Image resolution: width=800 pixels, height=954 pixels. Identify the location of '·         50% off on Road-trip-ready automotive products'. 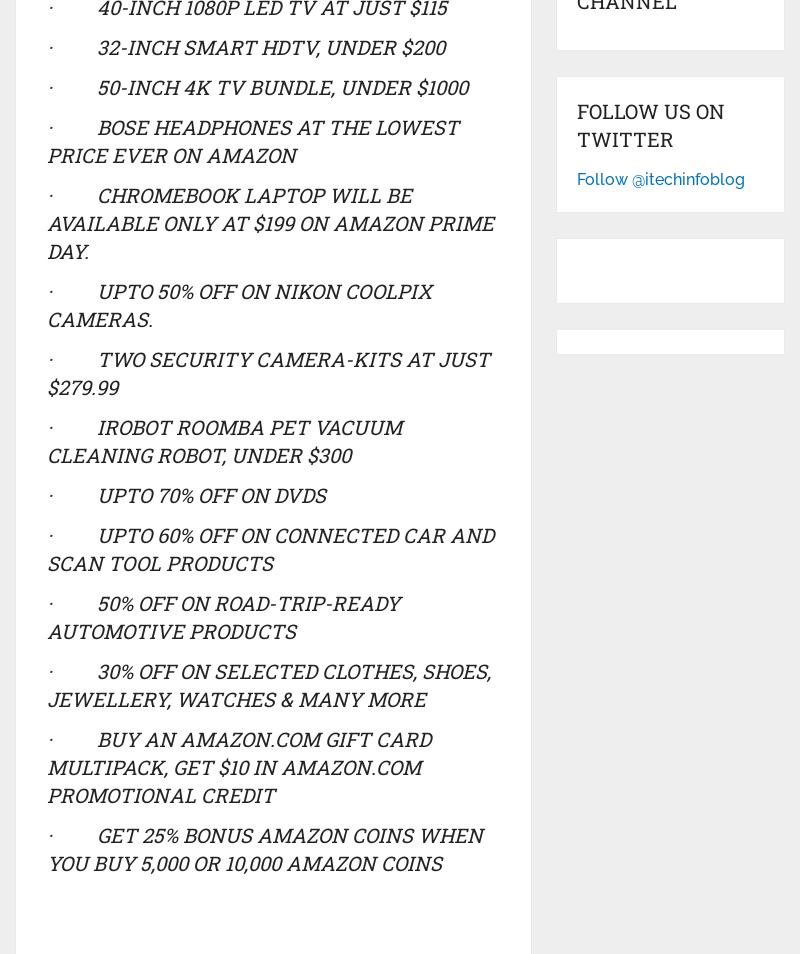
(45, 614).